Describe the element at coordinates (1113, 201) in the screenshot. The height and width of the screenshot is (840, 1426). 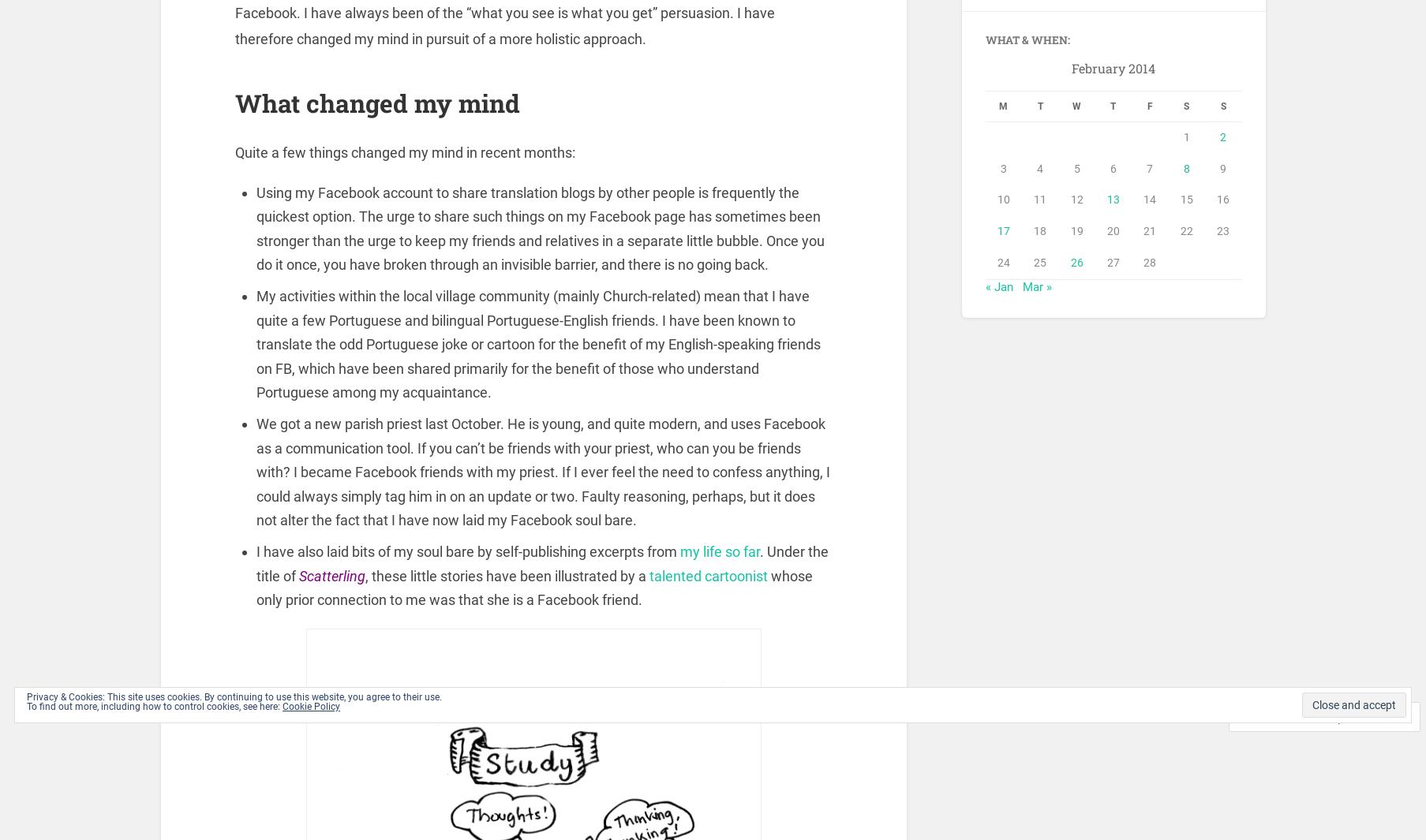
I see `'13'` at that location.